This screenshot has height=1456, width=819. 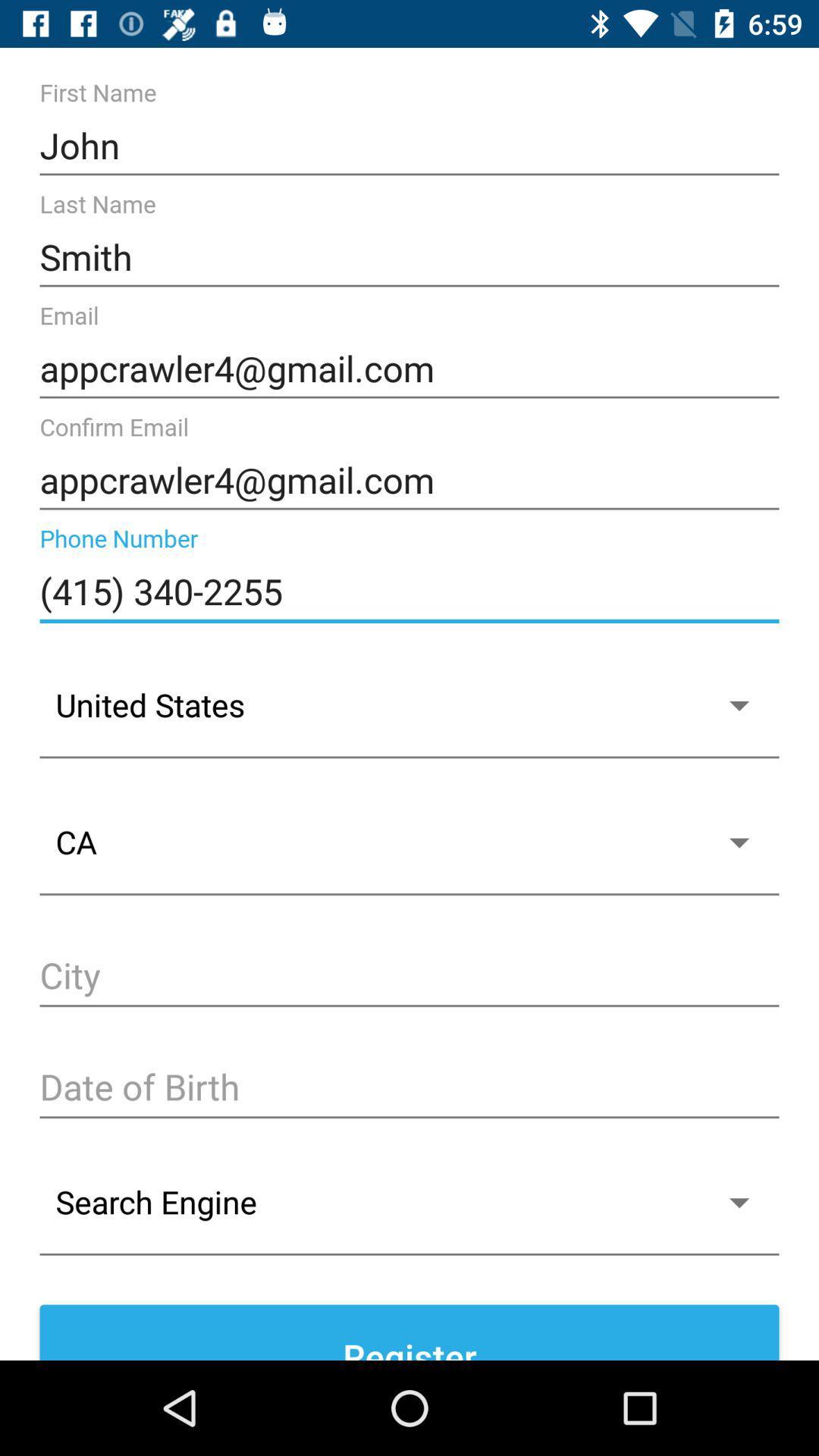 What do you see at coordinates (409, 1088) in the screenshot?
I see `date` at bounding box center [409, 1088].